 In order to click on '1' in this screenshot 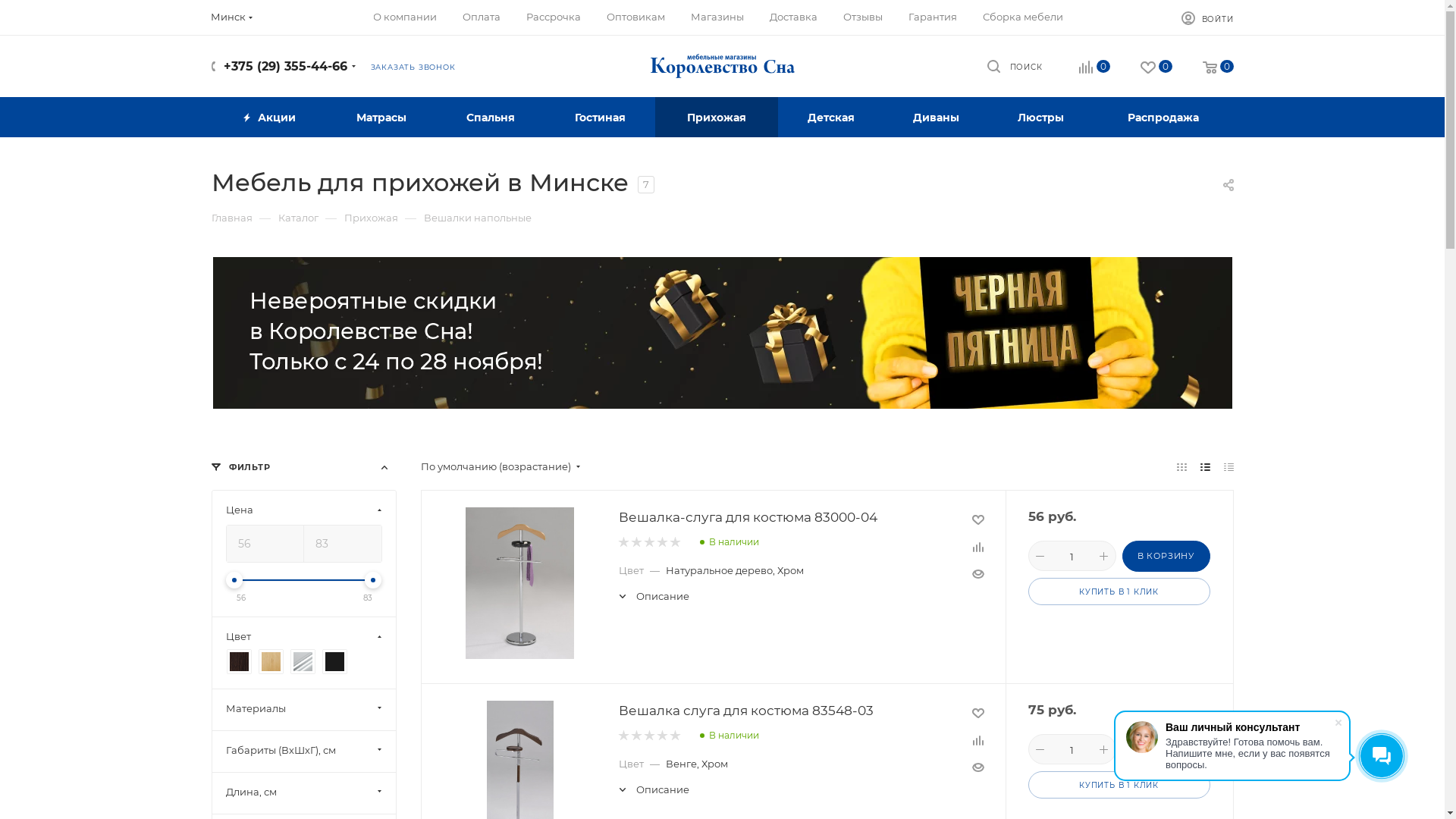, I will do `click(623, 541)`.